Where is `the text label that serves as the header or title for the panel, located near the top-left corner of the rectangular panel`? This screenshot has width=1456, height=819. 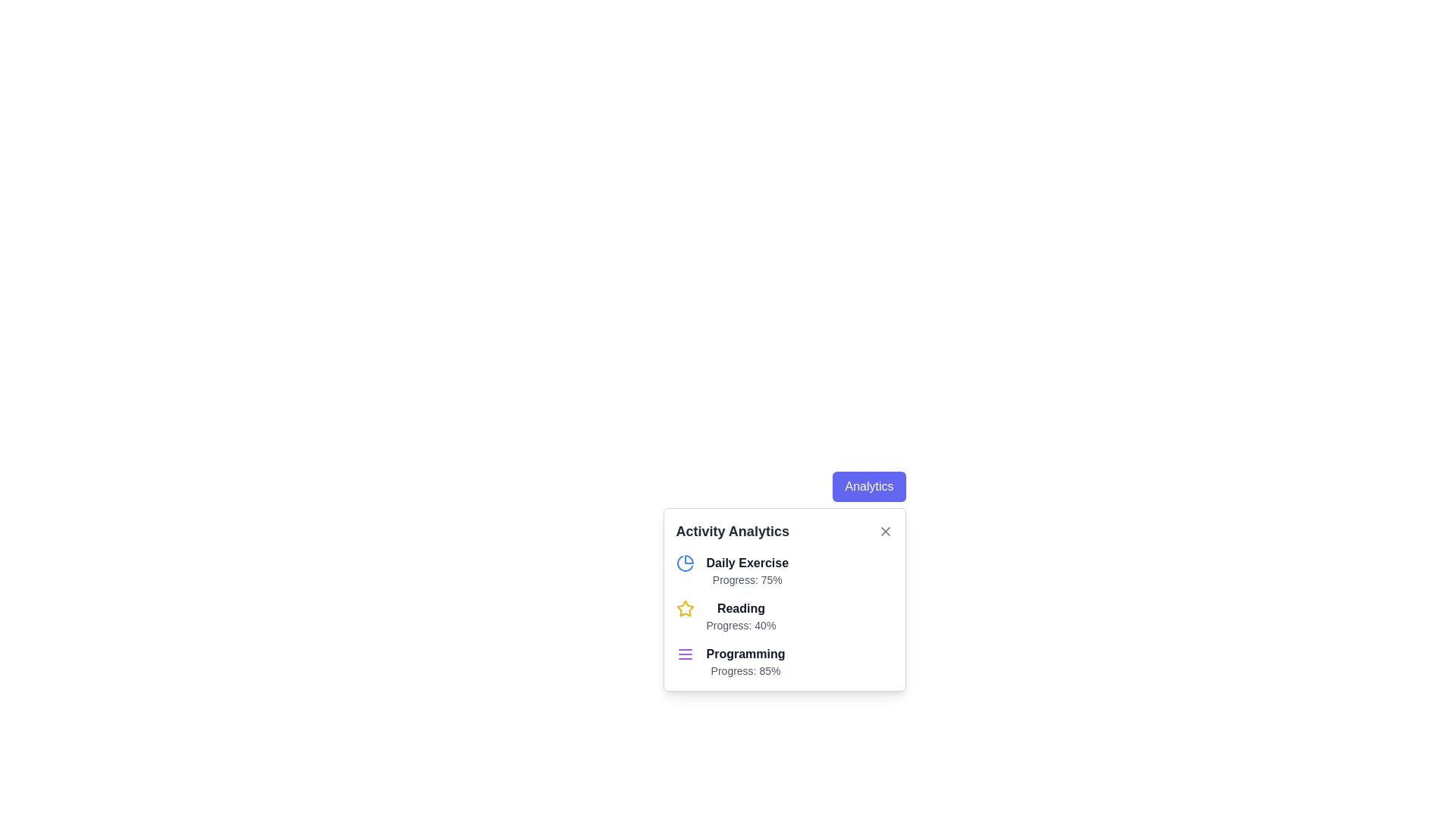
the text label that serves as the header or title for the panel, located near the top-left corner of the rectangular panel is located at coordinates (733, 531).